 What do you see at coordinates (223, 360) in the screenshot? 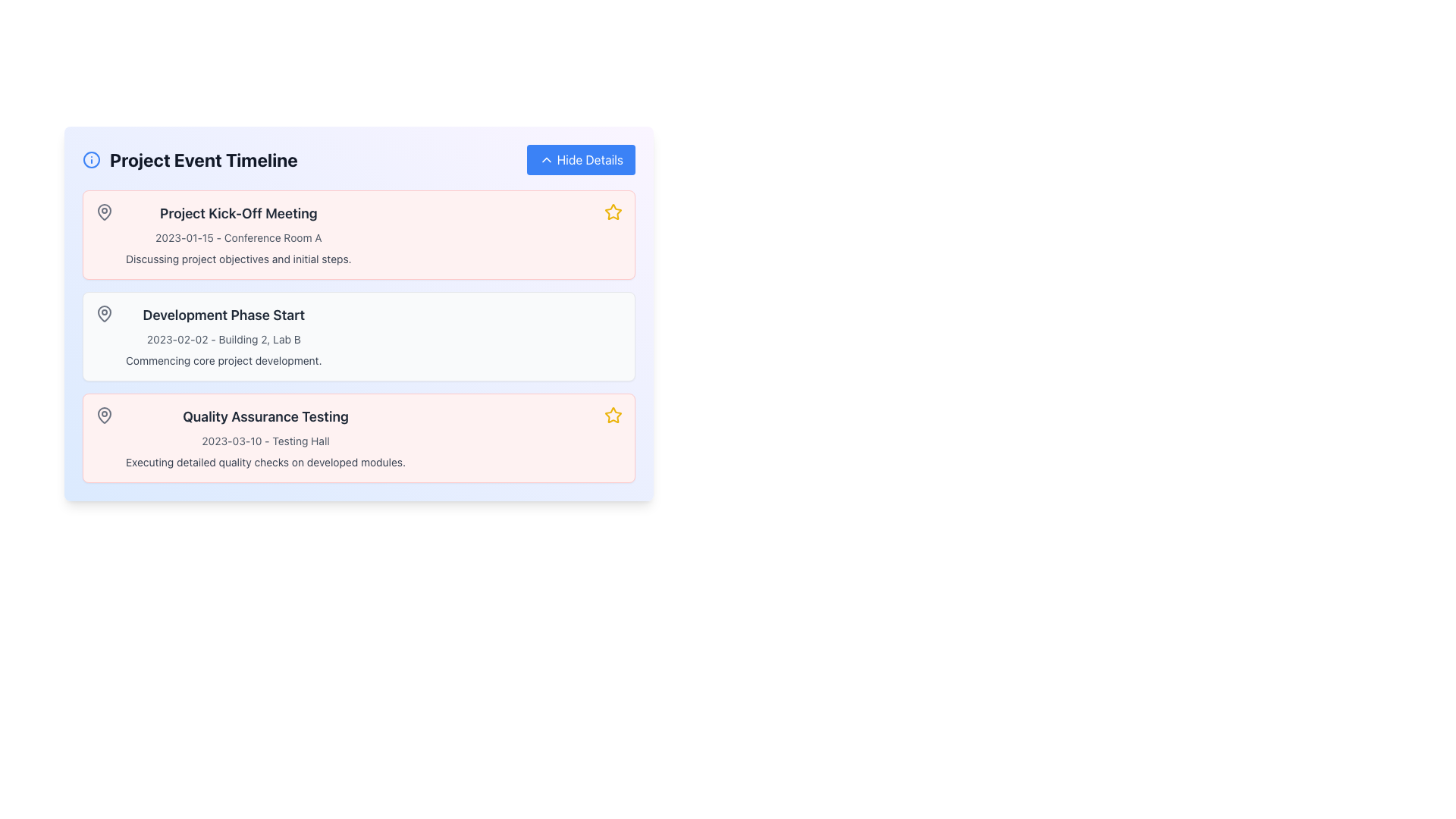
I see `the static text element that provides details related to the development phase, positioned below the 'Development Phase Start' header and the date and location text` at bounding box center [223, 360].